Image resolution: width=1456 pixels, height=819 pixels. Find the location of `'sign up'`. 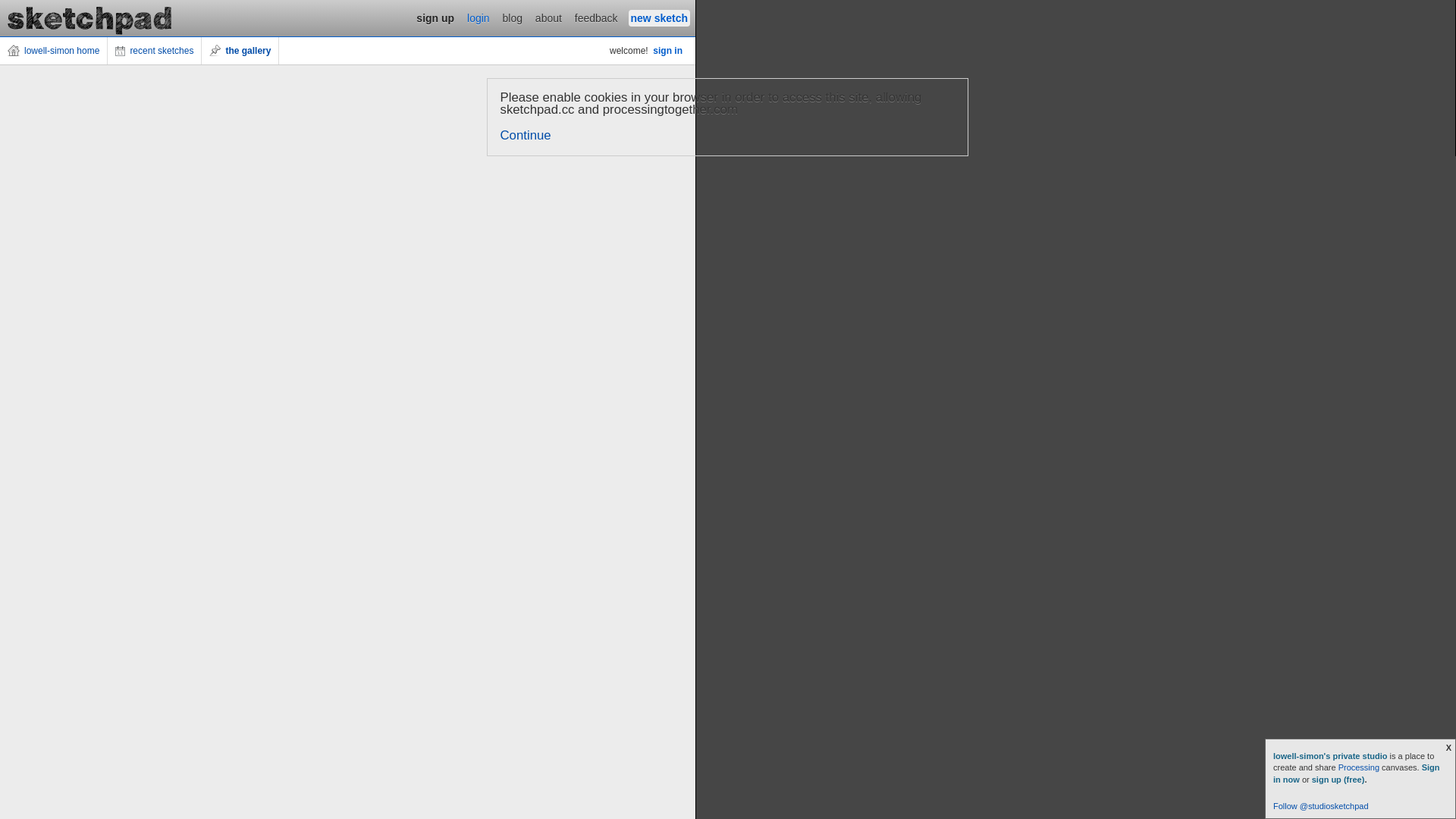

'sign up' is located at coordinates (435, 17).